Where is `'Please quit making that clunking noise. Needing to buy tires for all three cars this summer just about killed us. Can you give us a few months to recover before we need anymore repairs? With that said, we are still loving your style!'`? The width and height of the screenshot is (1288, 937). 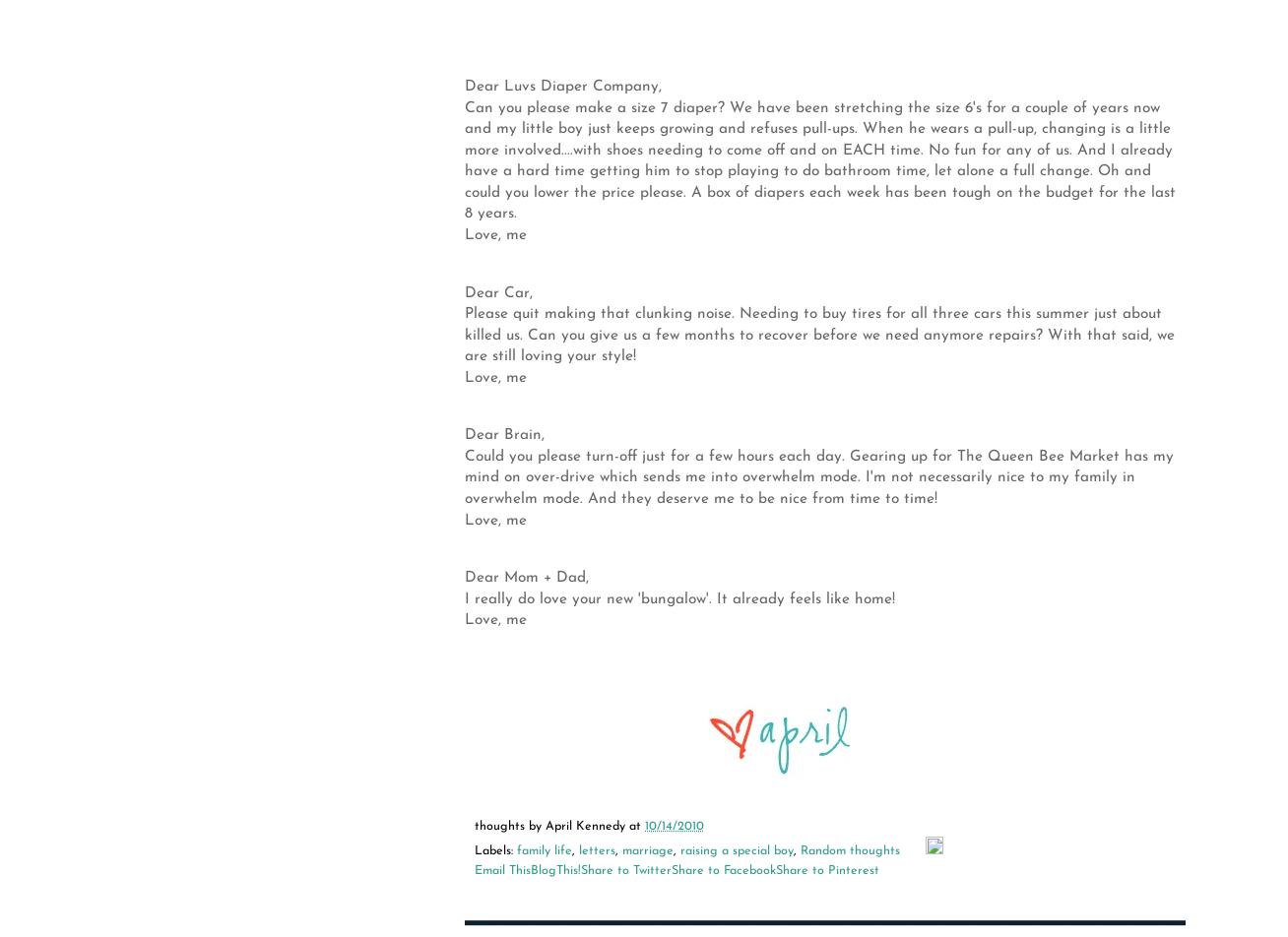
'Please quit making that clunking noise. Needing to buy tires for all three cars this summer just about killed us. Can you give us a few months to recover before we need anymore repairs? With that said, we are still loving your style!' is located at coordinates (819, 335).